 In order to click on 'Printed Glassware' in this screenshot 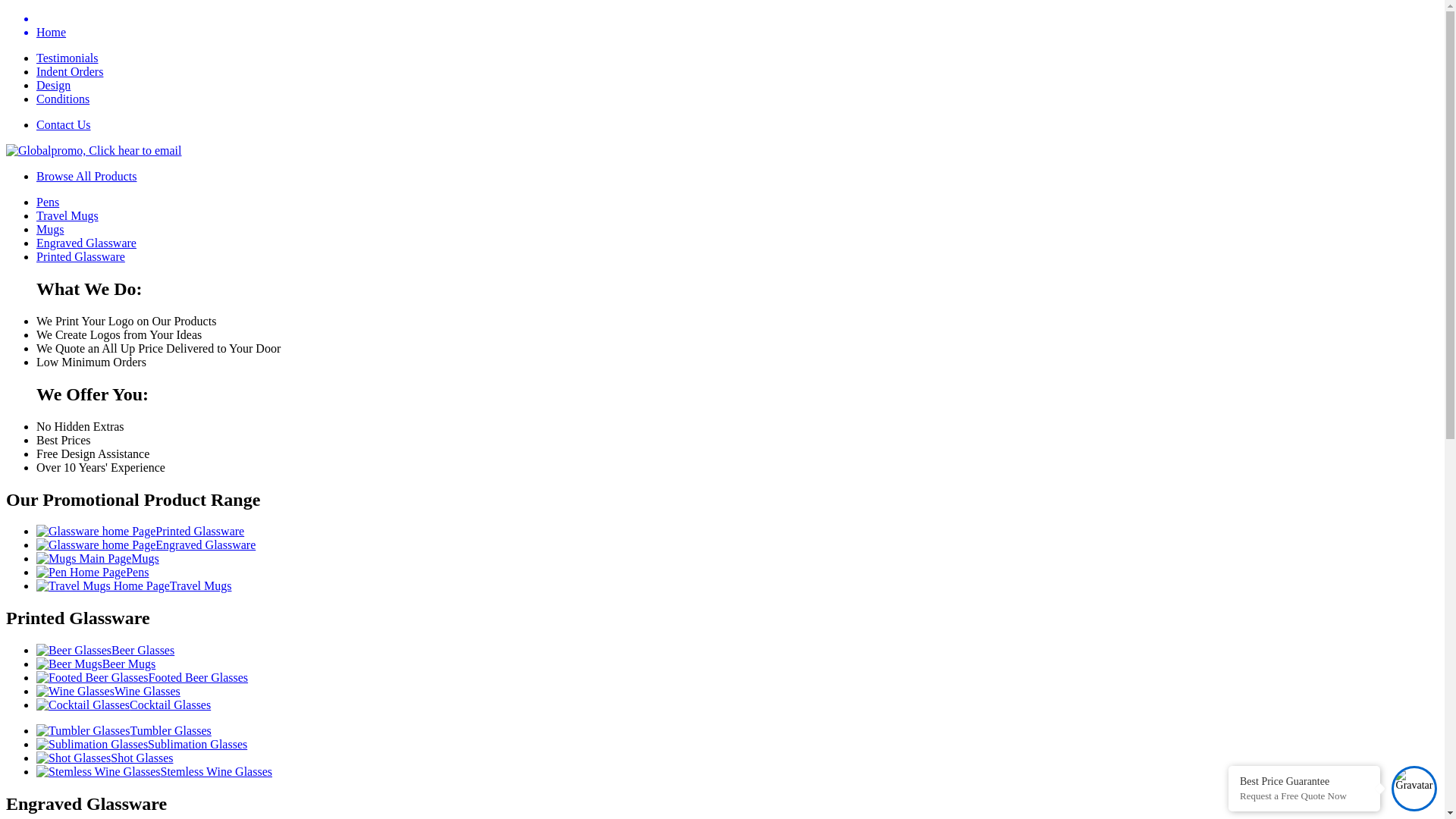, I will do `click(80, 256)`.